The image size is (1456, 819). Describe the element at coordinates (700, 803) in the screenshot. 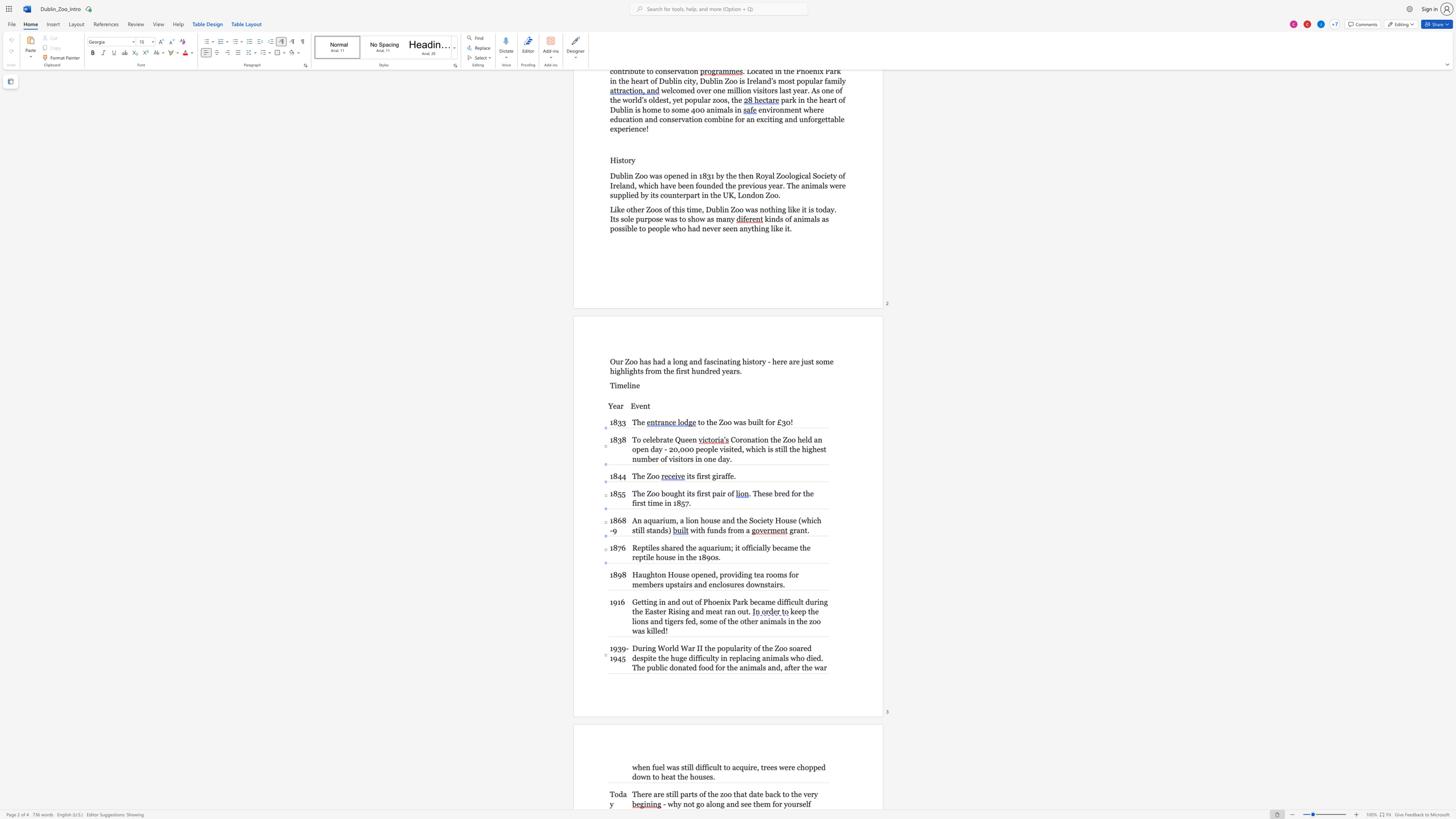

I see `the space between the continuous character "g" and "o" in the text` at that location.